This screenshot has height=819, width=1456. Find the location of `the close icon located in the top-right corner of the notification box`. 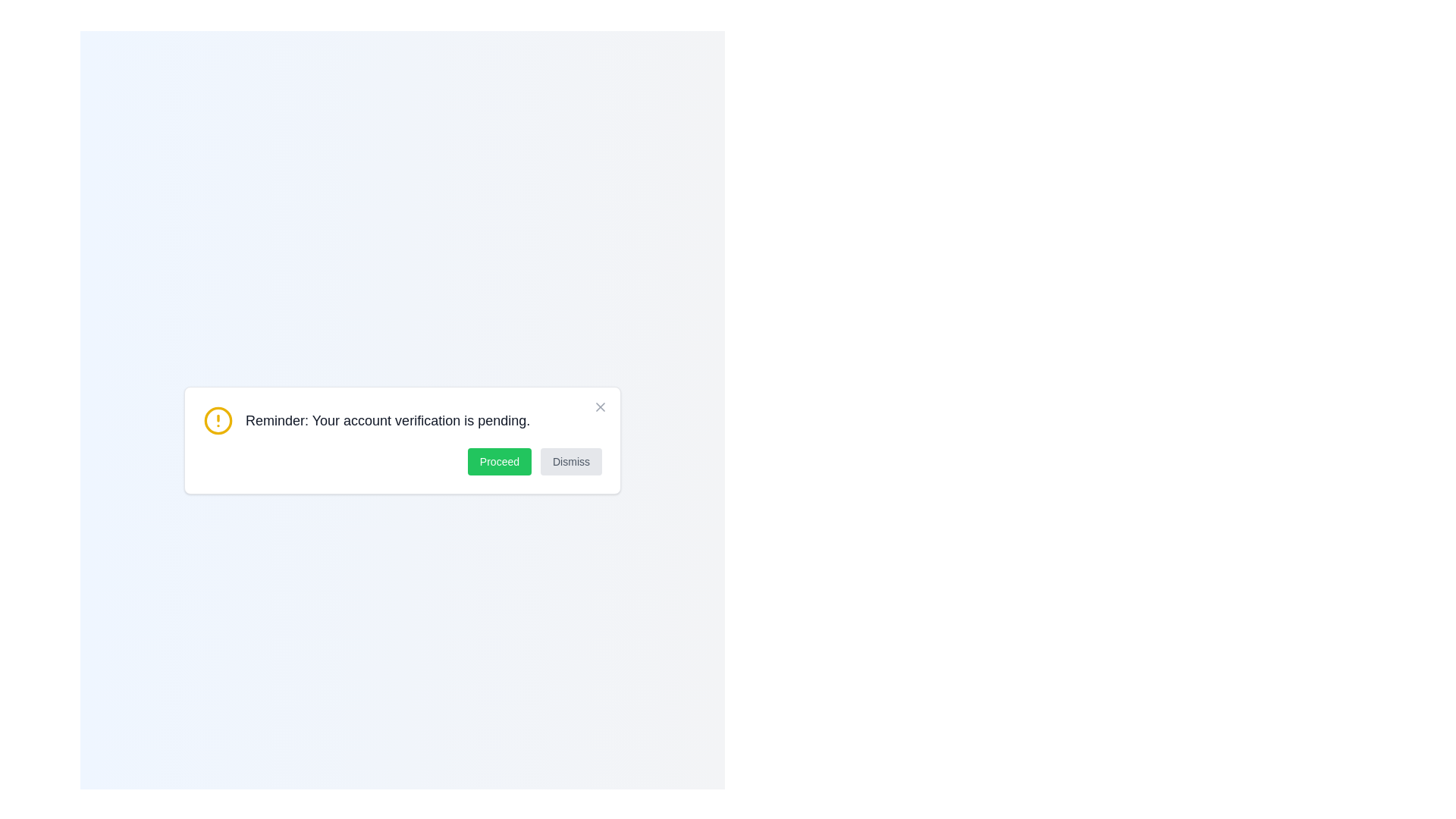

the close icon located in the top-right corner of the notification box is located at coordinates (600, 406).